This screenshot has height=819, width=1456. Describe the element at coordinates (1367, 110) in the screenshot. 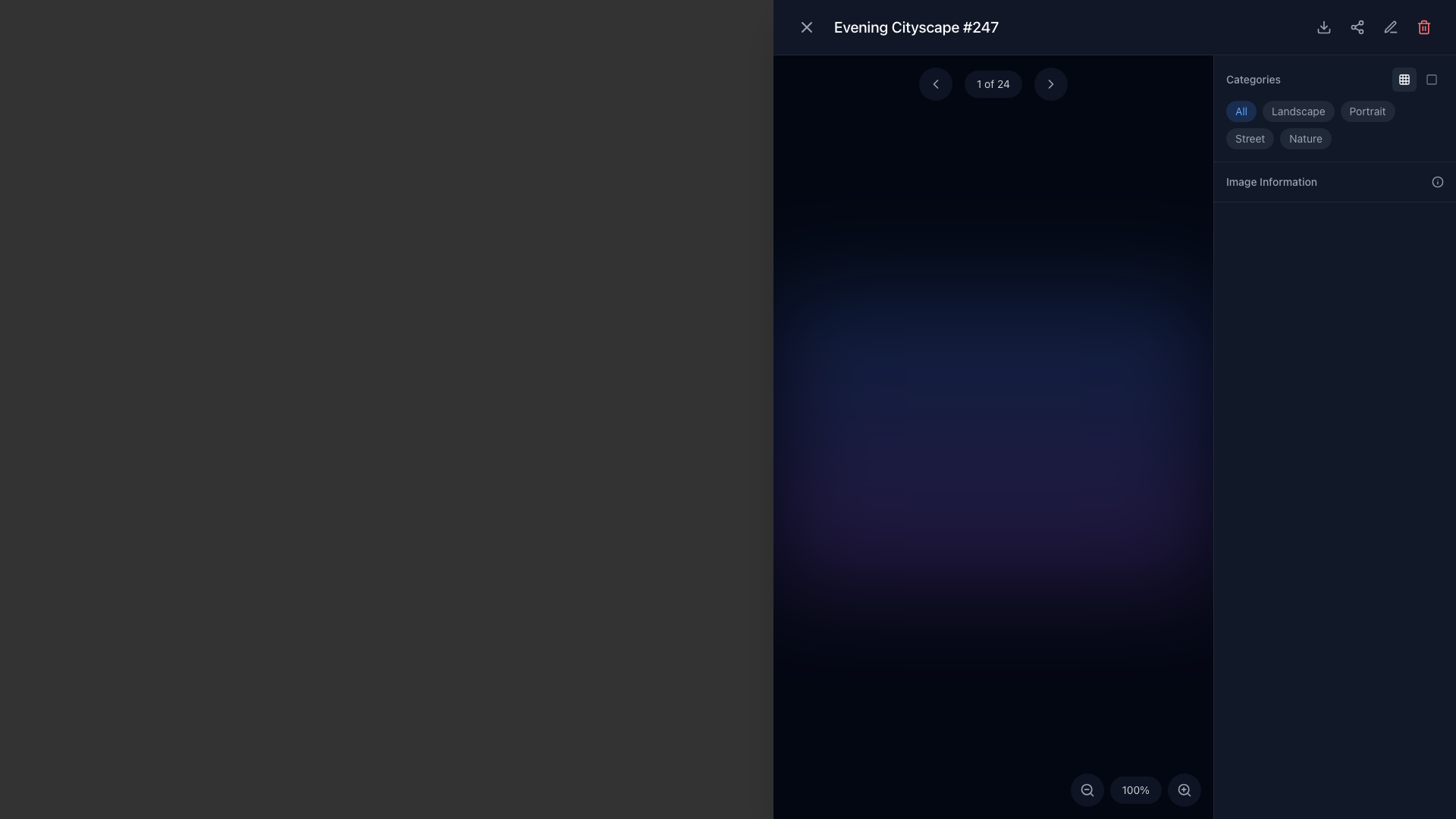

I see `the rounded button with a black background and light gray text labeled 'Portrait' to filter items by the 'Portrait' category` at that location.